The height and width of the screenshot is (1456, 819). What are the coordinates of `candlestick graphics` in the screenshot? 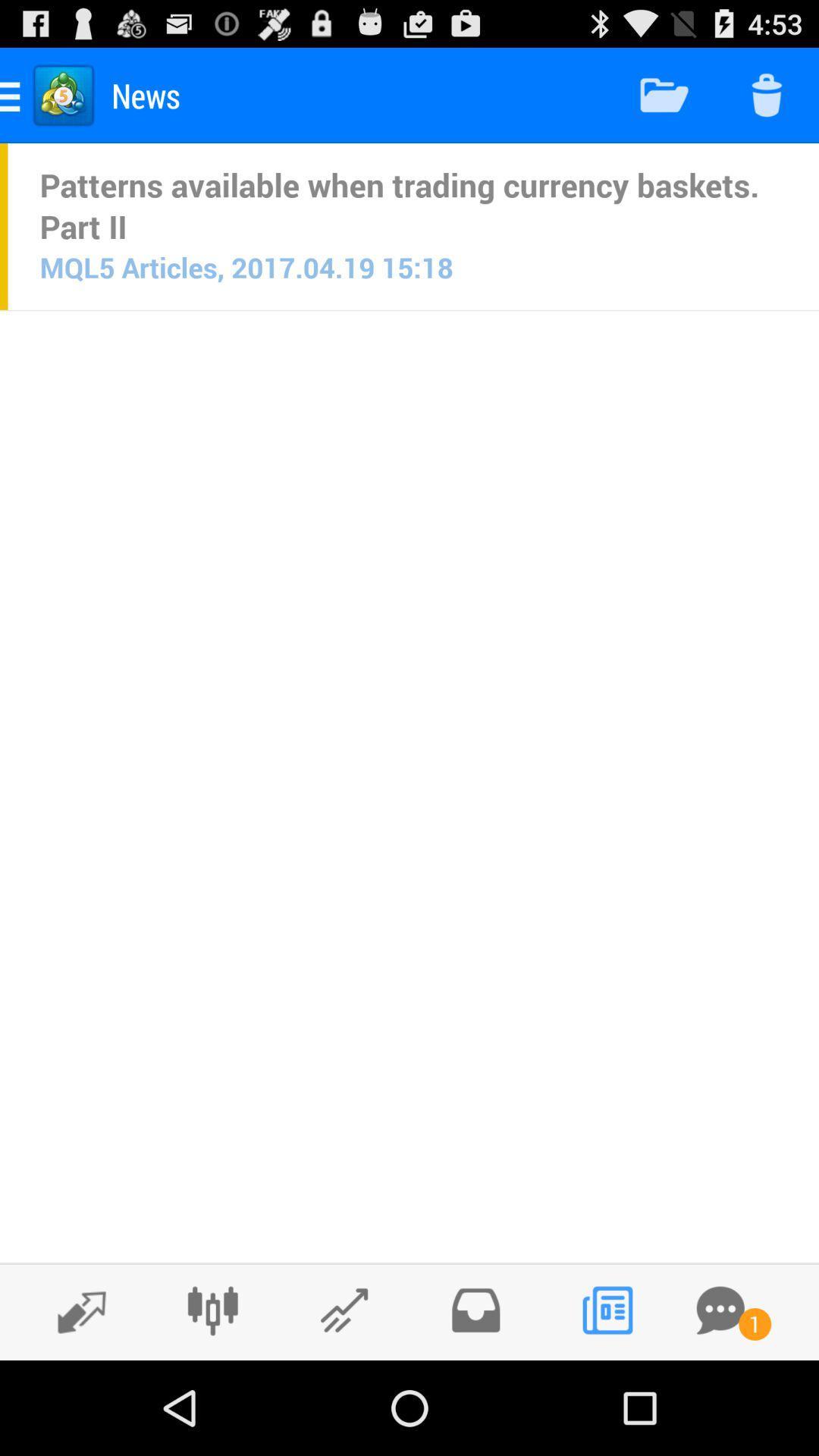 It's located at (212, 1310).